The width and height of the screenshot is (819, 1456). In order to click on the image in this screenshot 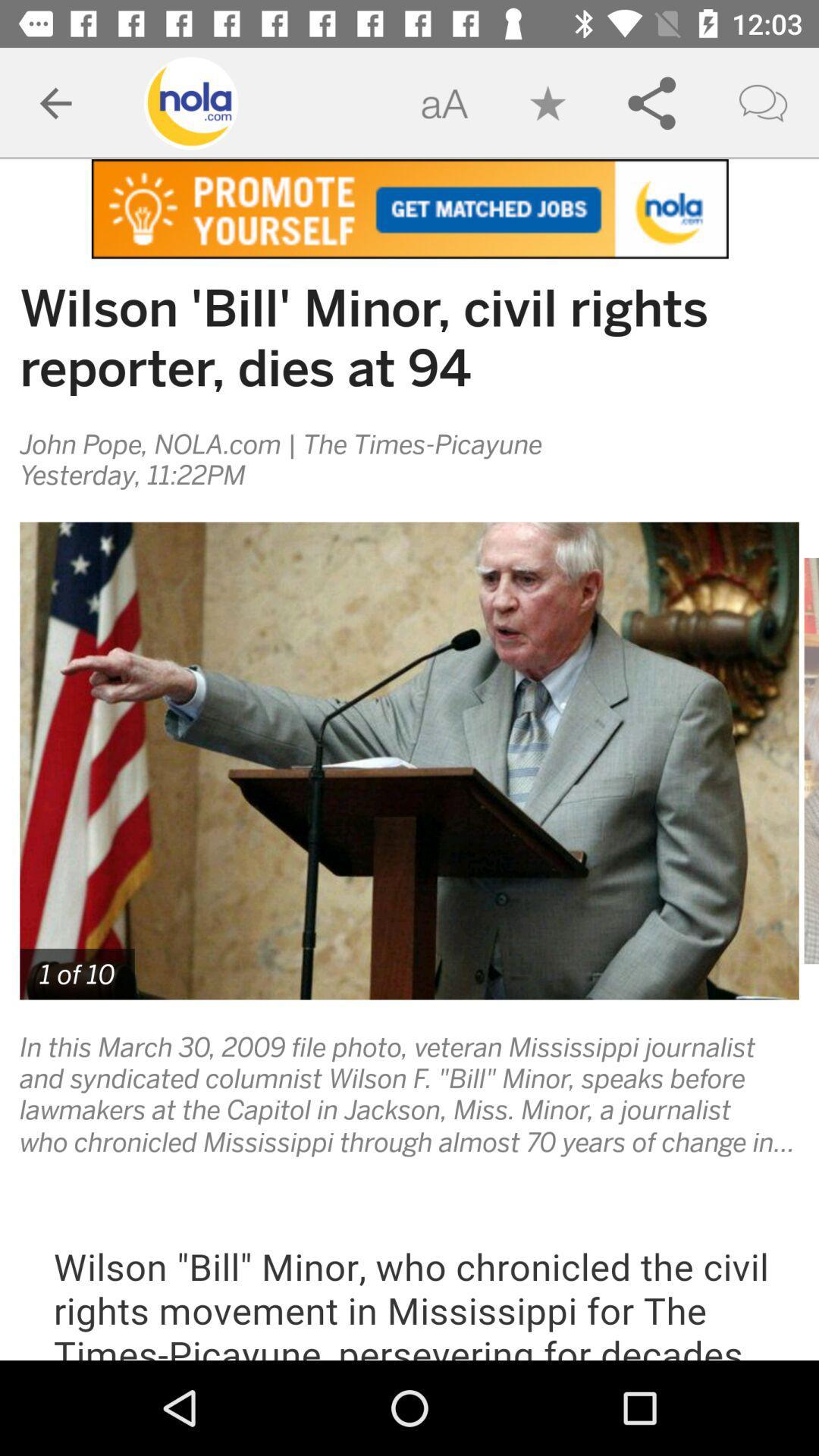, I will do `click(409, 761)`.